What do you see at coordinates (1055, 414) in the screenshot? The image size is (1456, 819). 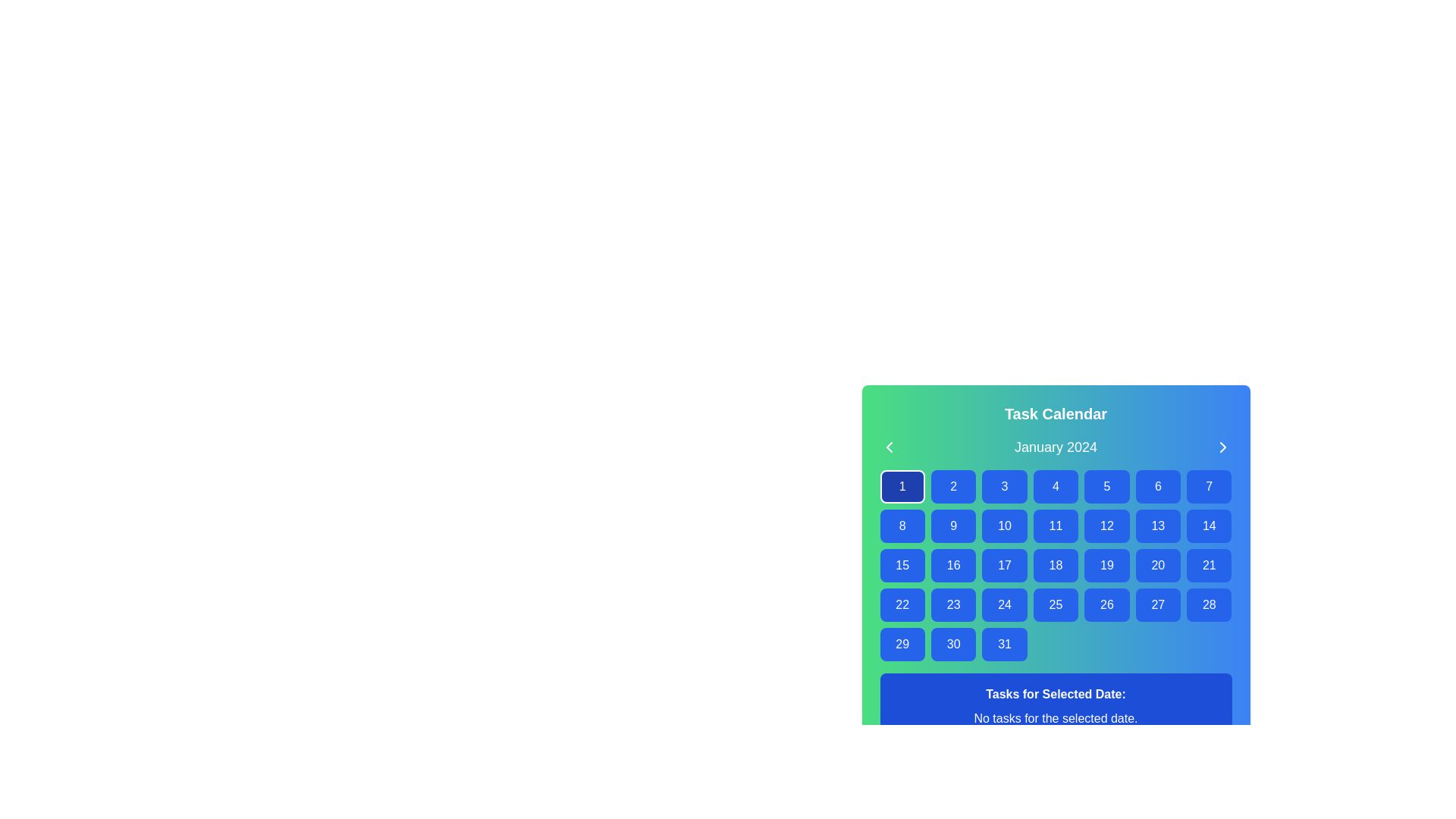 I see `the static text header of the calendar widget, which serves as the title providing context to the user about the interface` at bounding box center [1055, 414].